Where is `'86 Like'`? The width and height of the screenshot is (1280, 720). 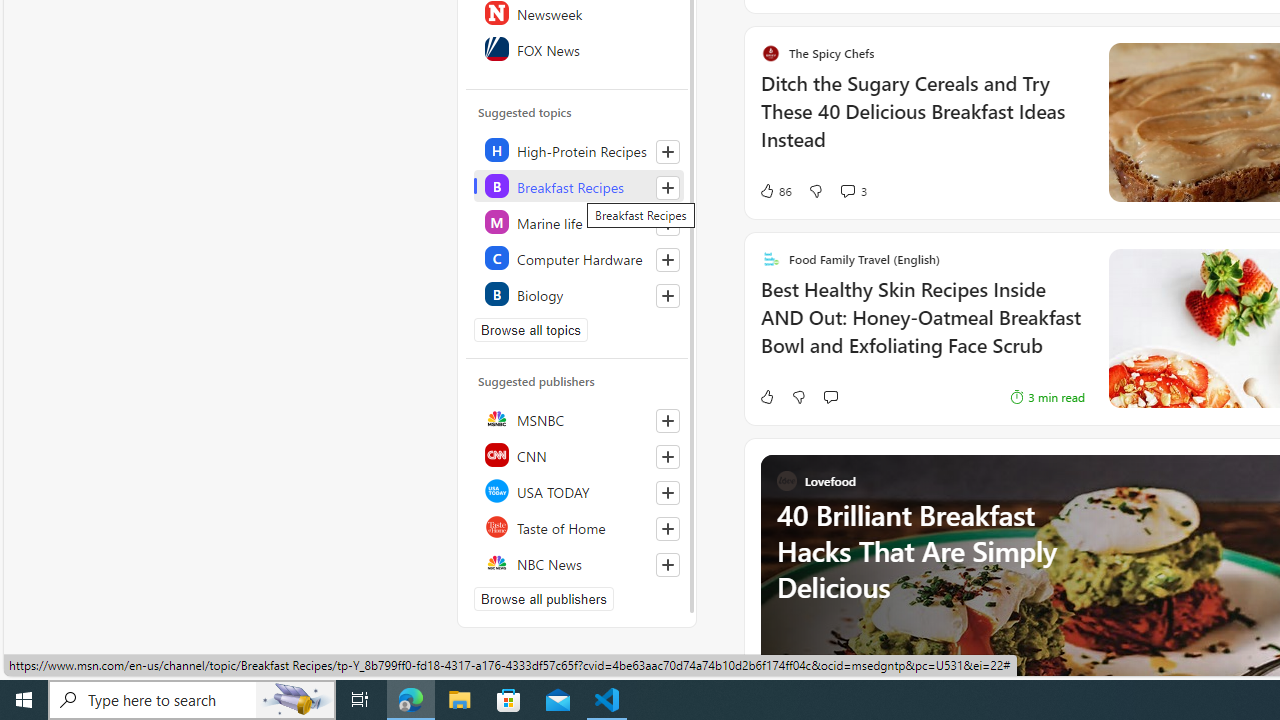
'86 Like' is located at coordinates (774, 191).